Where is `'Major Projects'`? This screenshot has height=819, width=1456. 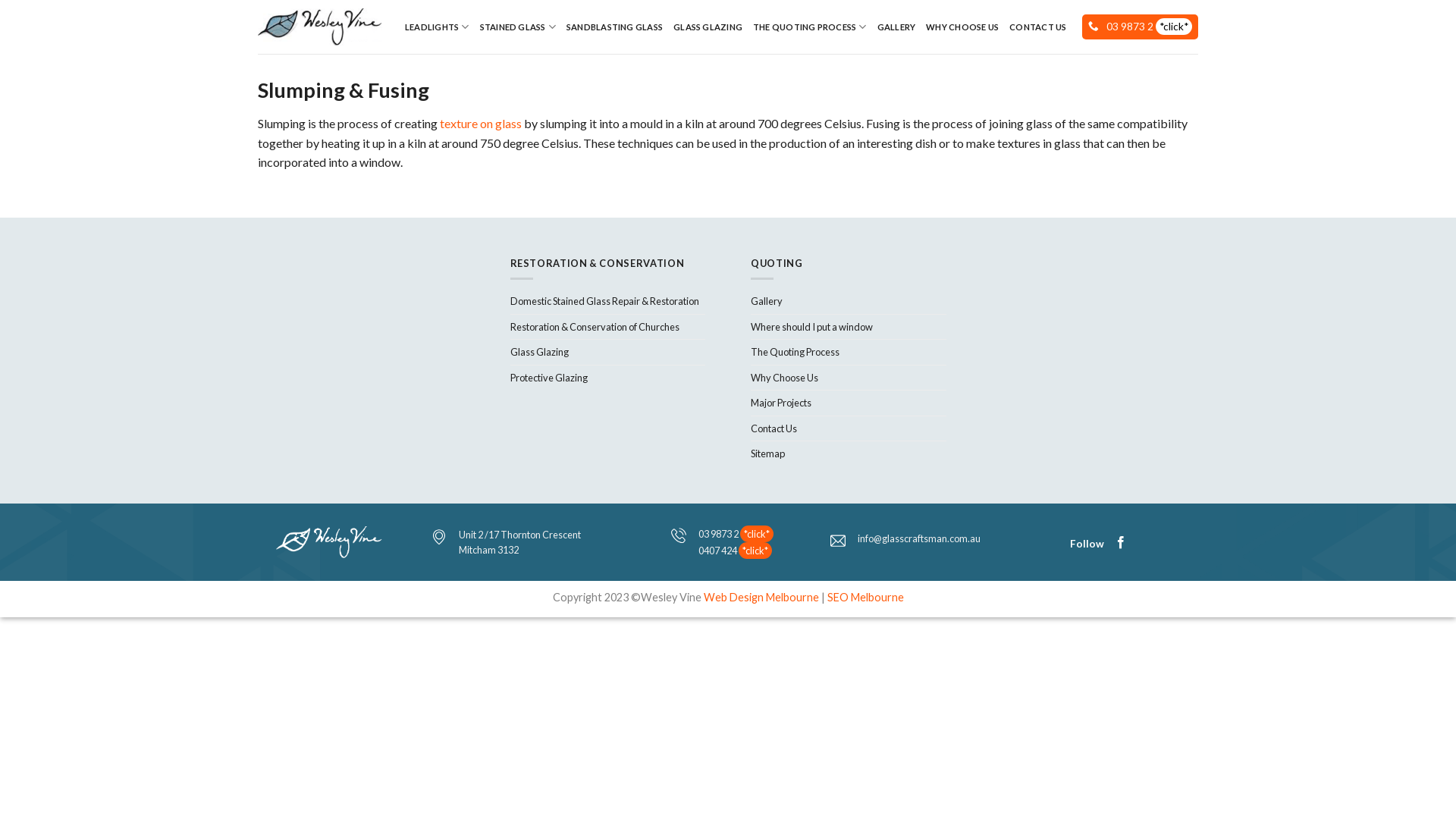
'Major Projects' is located at coordinates (781, 402).